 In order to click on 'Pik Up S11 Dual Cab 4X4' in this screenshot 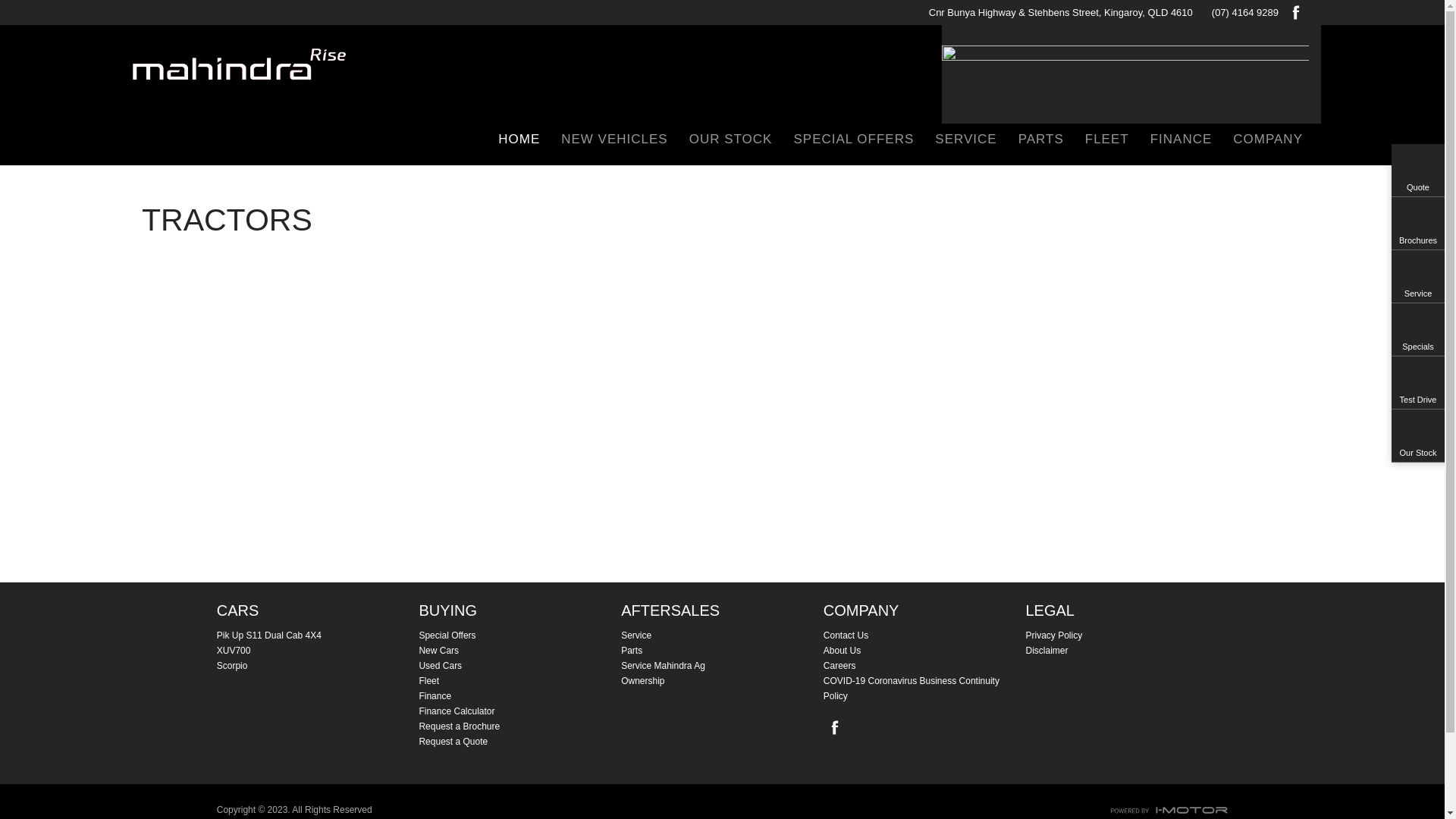, I will do `click(317, 635)`.